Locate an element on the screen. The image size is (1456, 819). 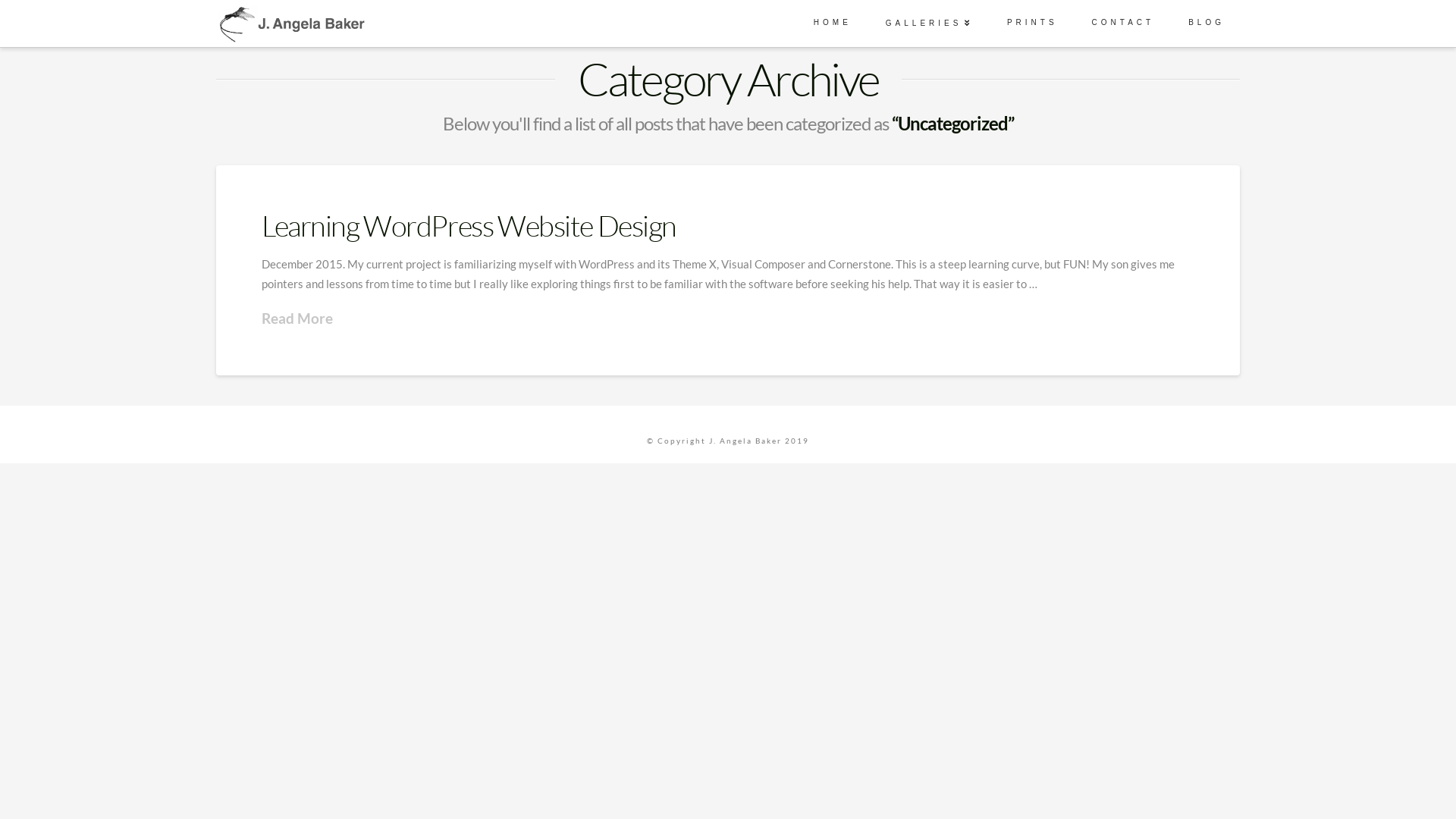
'HOME' is located at coordinates (830, 14).